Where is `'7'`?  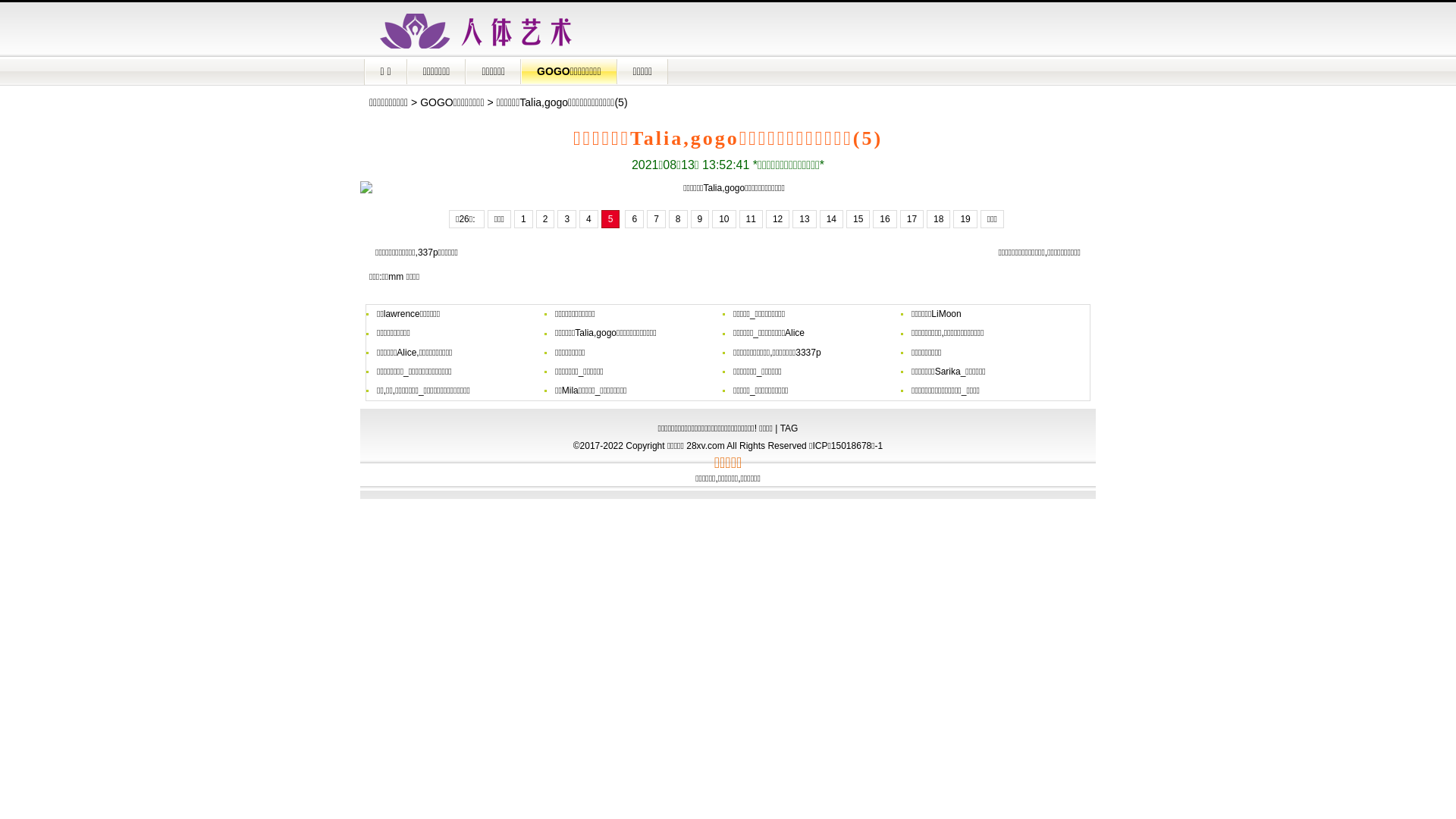 '7' is located at coordinates (656, 219).